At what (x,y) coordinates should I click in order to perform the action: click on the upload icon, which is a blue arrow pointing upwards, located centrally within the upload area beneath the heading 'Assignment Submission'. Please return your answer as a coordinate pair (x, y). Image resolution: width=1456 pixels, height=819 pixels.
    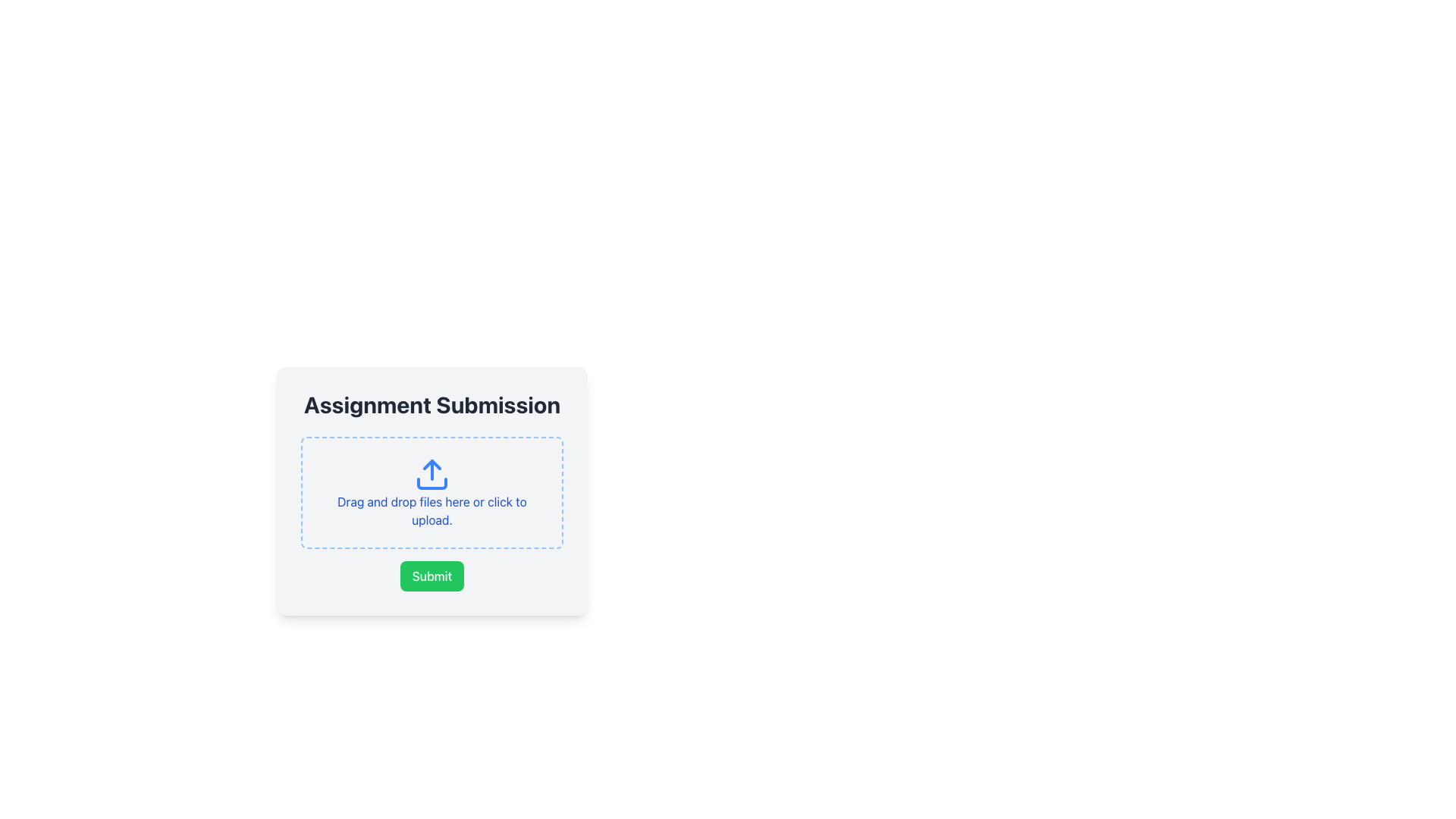
    Looking at the image, I should click on (431, 473).